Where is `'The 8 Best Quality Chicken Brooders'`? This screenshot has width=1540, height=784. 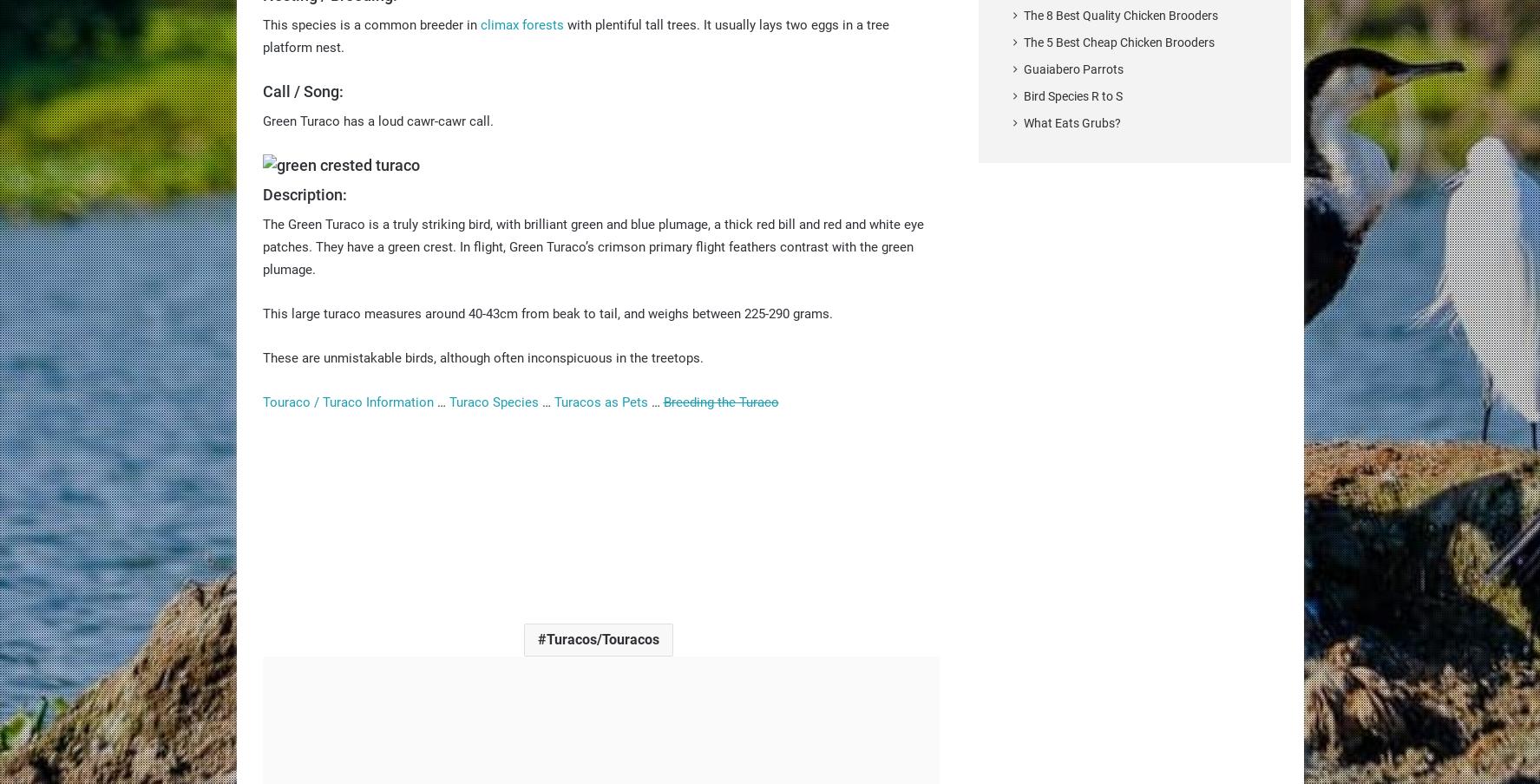 'The 8 Best Quality Chicken Brooders' is located at coordinates (1119, 13).